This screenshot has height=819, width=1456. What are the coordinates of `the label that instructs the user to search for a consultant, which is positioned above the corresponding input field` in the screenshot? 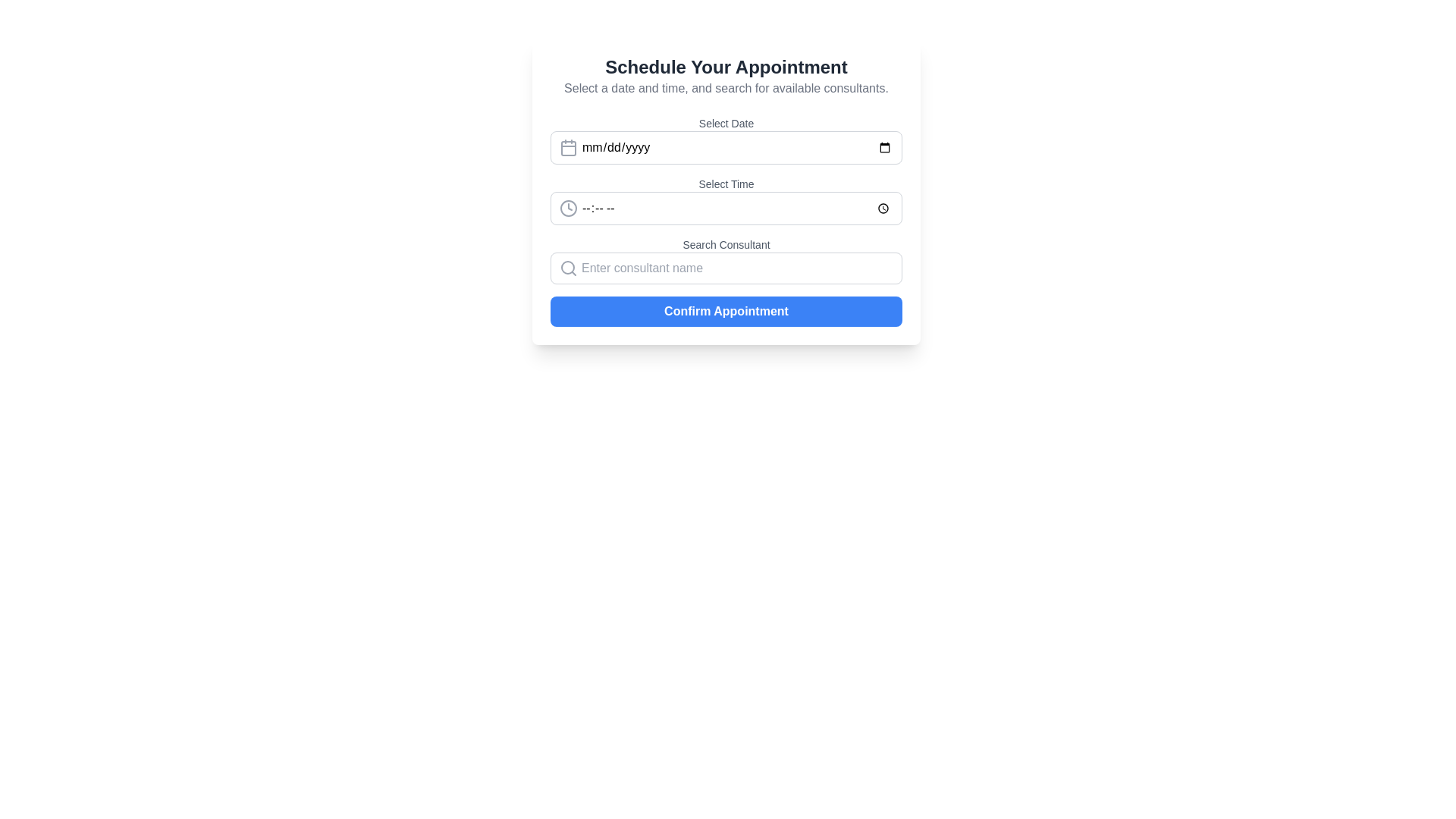 It's located at (726, 244).